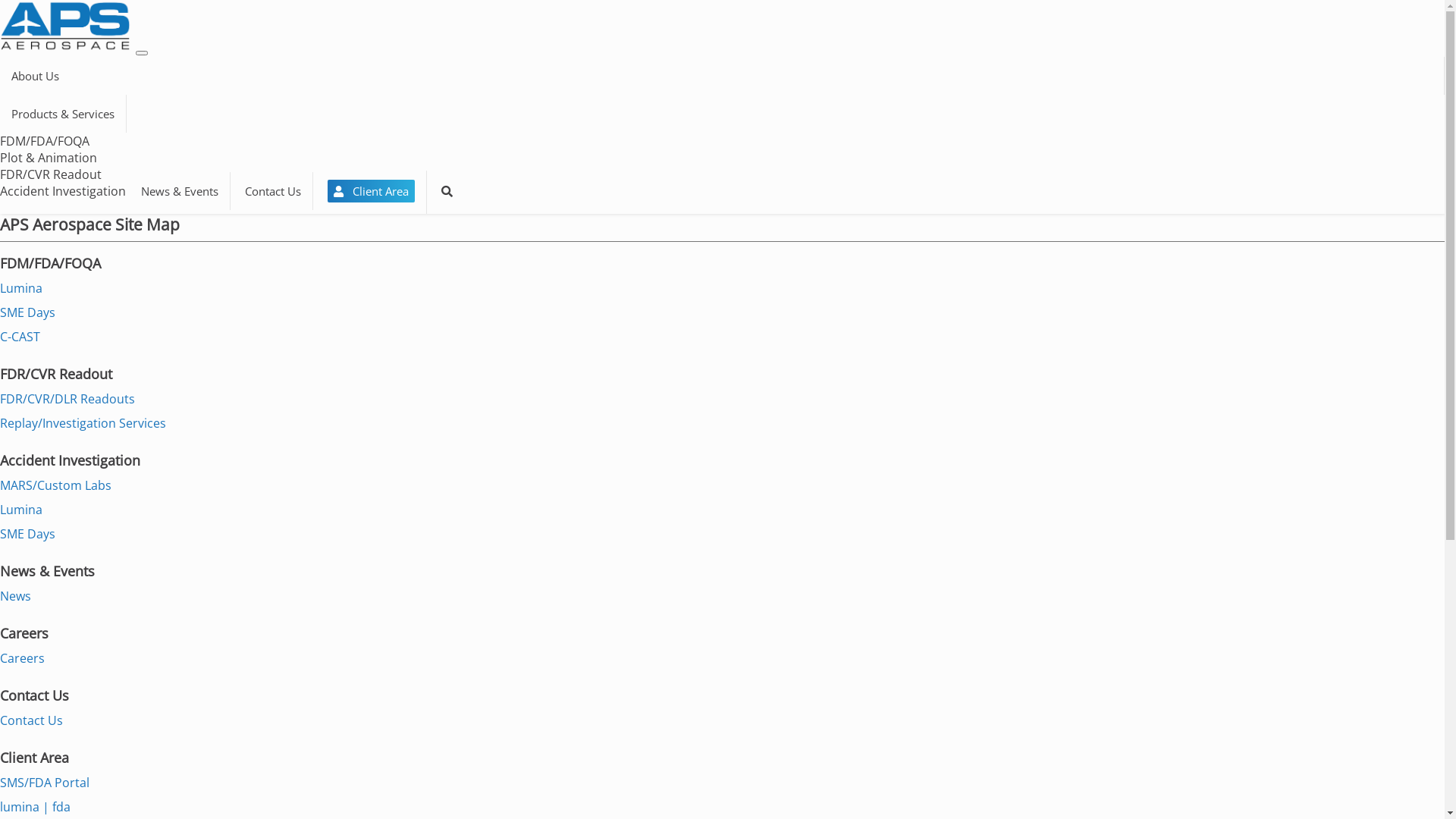 Image resolution: width=1456 pixels, height=819 pixels. I want to click on 'News', so click(0, 595).